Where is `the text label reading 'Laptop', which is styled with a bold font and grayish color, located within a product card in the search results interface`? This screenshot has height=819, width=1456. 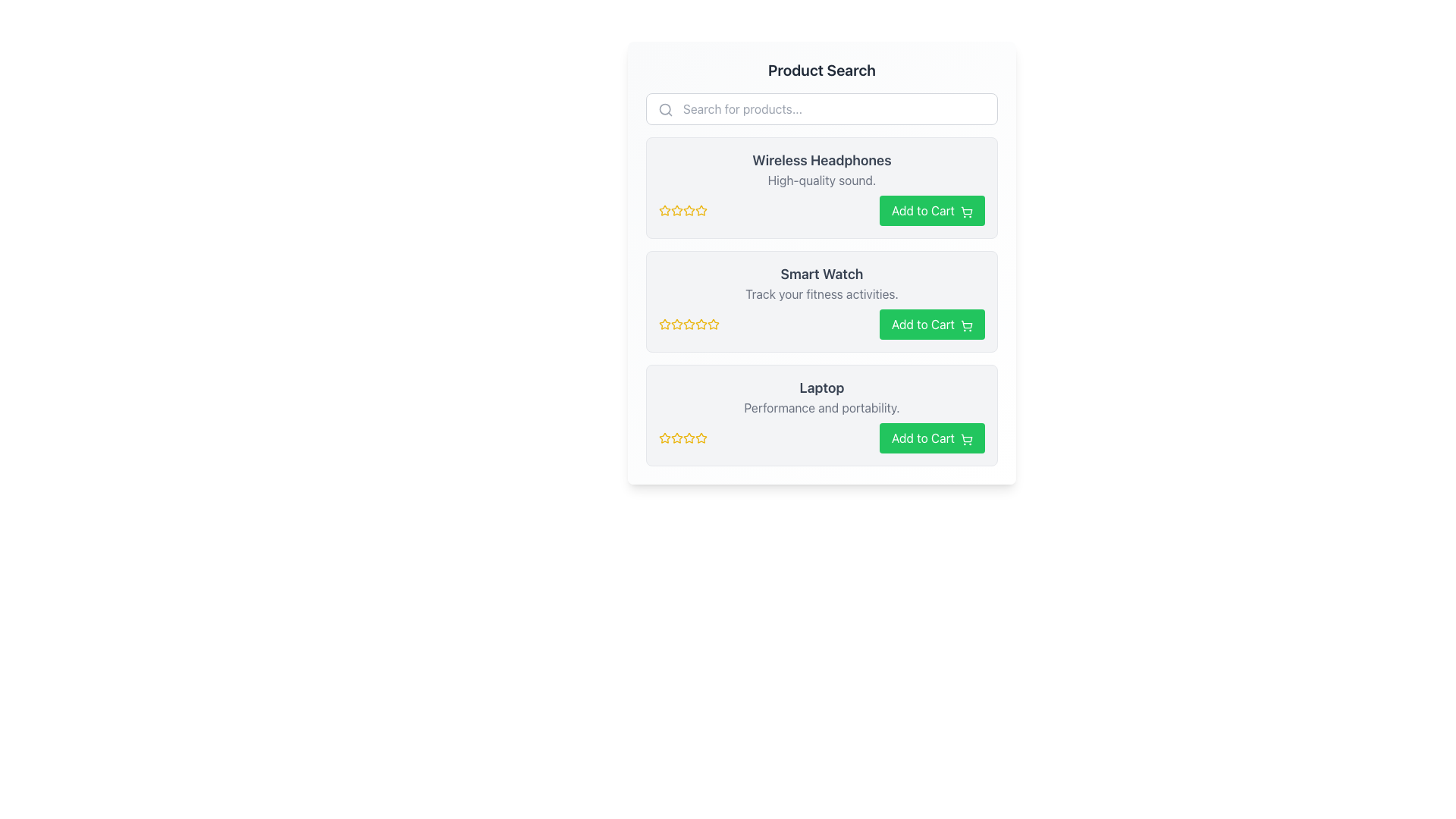
the text label reading 'Laptop', which is styled with a bold font and grayish color, located within a product card in the search results interface is located at coordinates (821, 388).